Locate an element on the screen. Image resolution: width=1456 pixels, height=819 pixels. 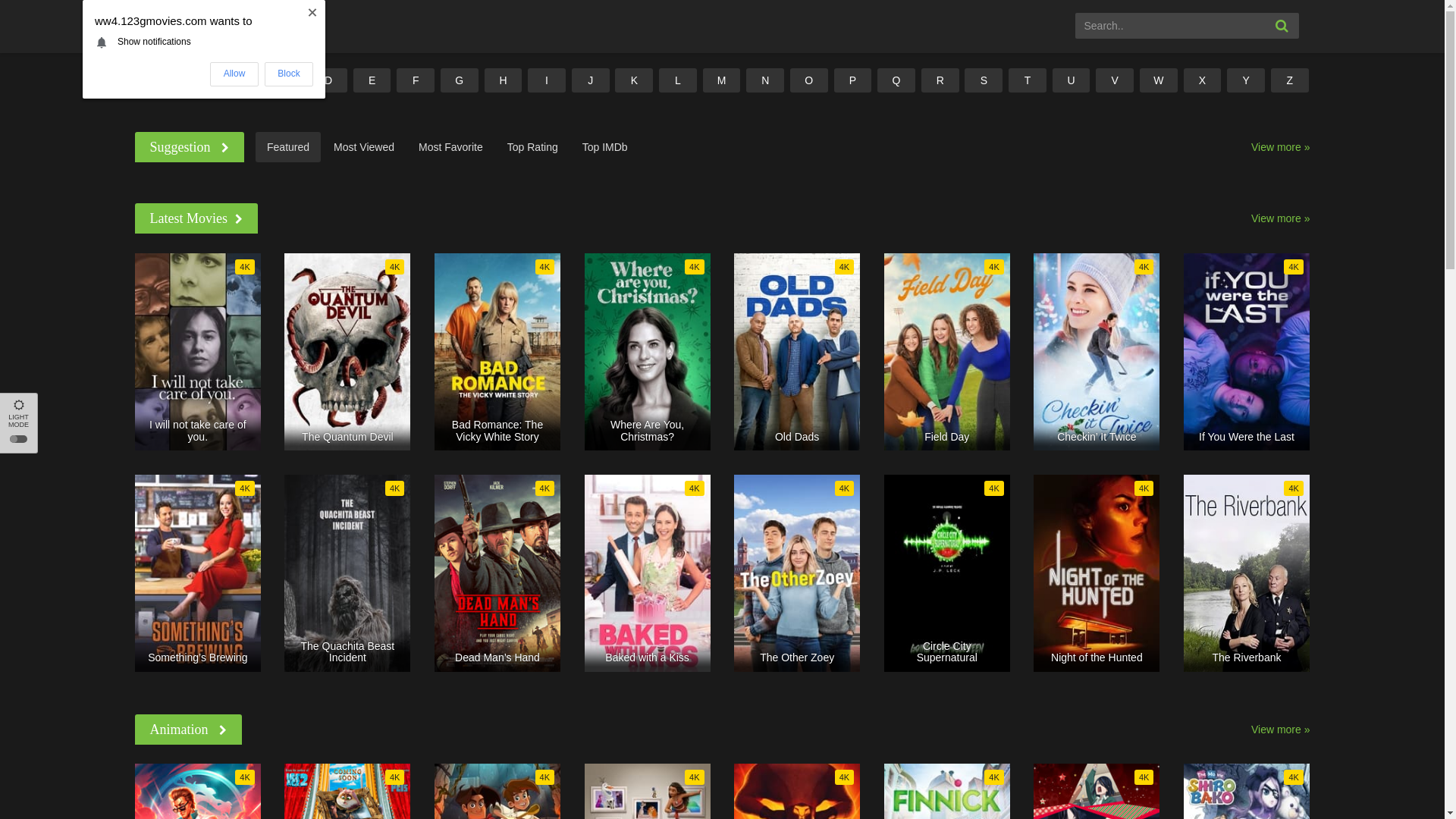
'4K is located at coordinates (796, 351).